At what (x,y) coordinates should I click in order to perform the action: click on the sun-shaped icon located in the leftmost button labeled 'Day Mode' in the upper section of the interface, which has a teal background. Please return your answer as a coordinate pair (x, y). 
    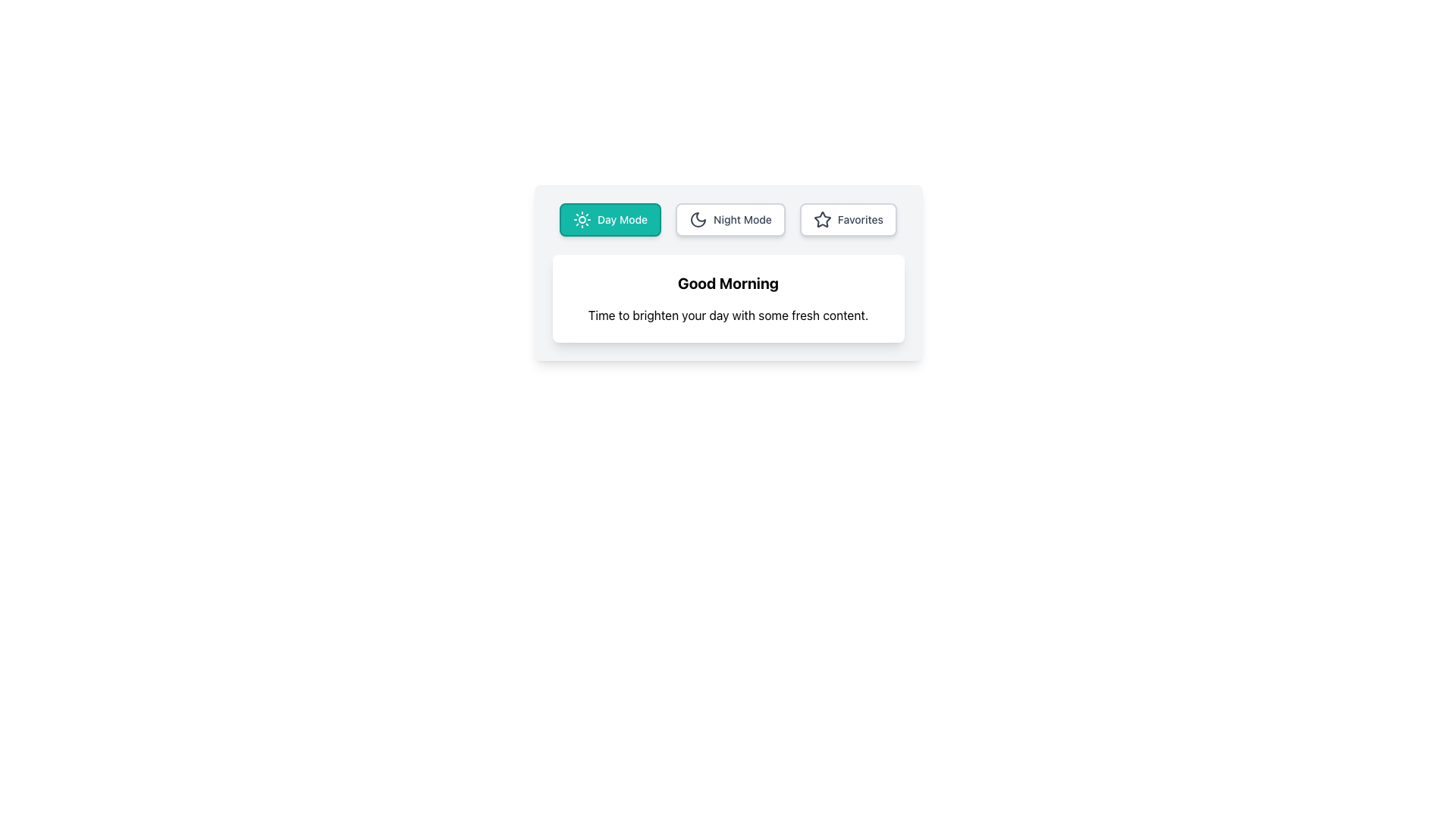
    Looking at the image, I should click on (582, 219).